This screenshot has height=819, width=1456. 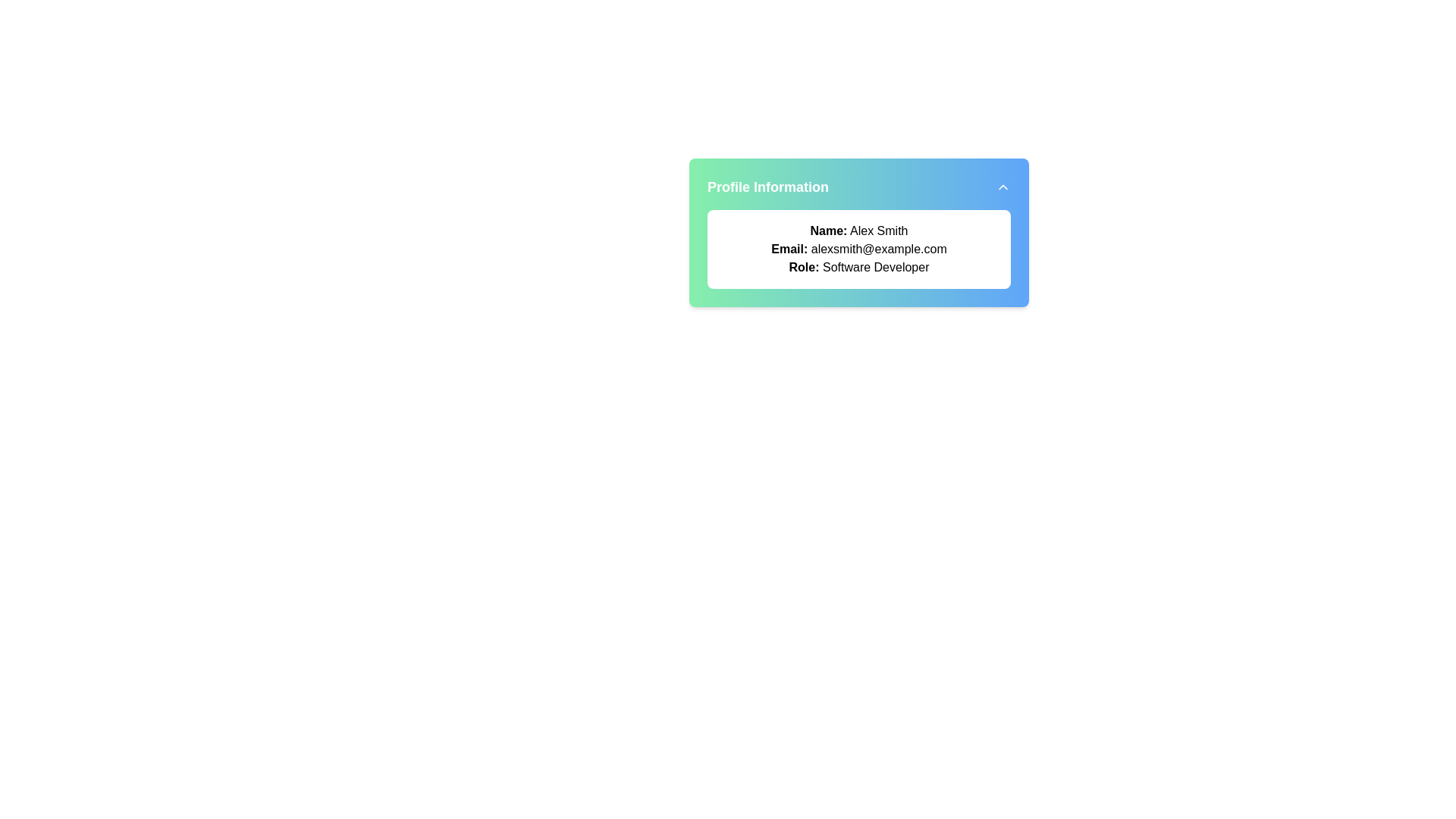 I want to click on the 'User Name' text label in the 'Profile Information' card, which is the first label in the vertical list and aligned to the left, so click(x=828, y=231).